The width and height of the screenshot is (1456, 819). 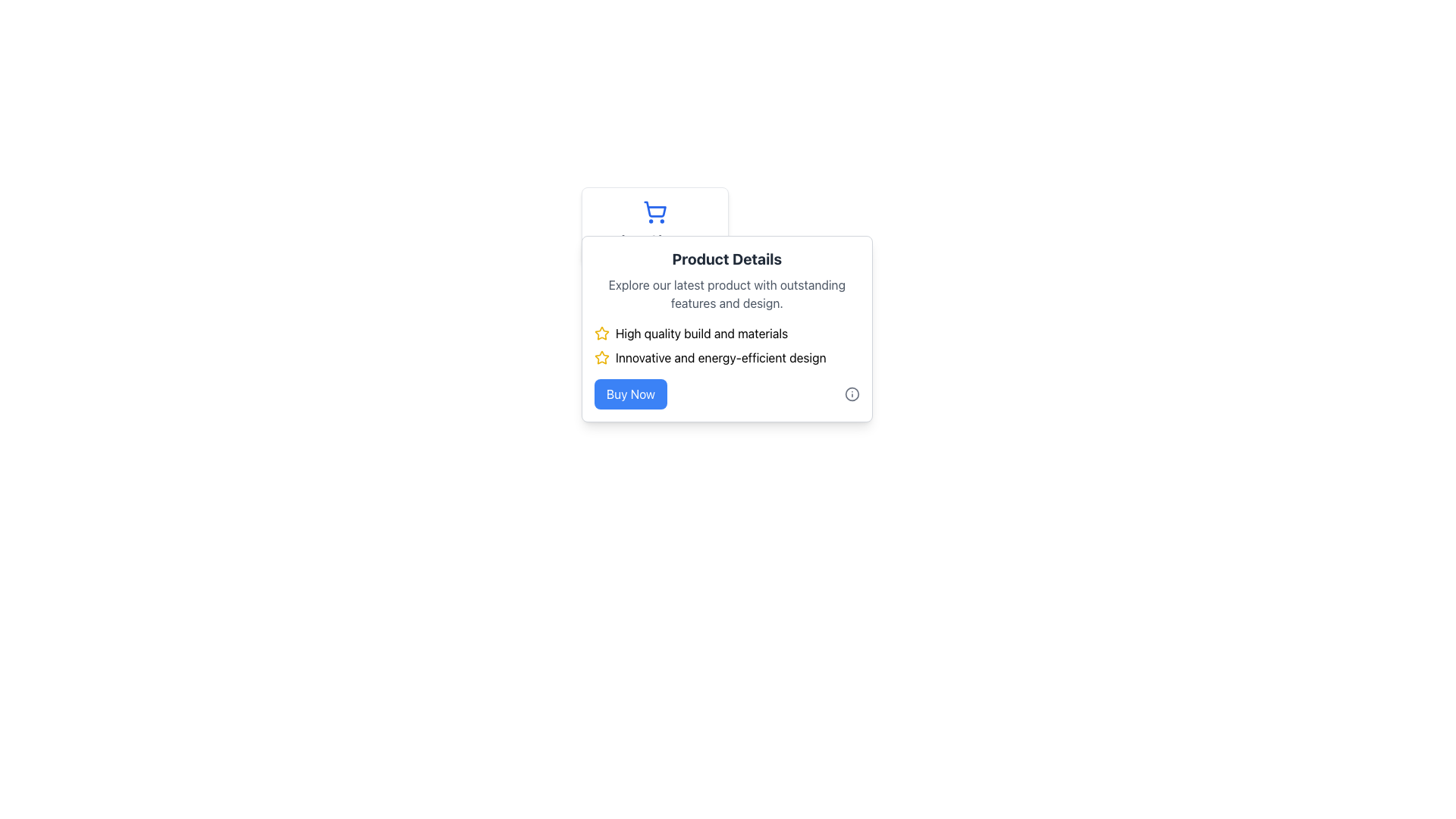 What do you see at coordinates (726, 345) in the screenshot?
I see `the Text with Icon List element located within the 'Product Details' card, positioned below the introductory text and above the 'Buy Now' button` at bounding box center [726, 345].